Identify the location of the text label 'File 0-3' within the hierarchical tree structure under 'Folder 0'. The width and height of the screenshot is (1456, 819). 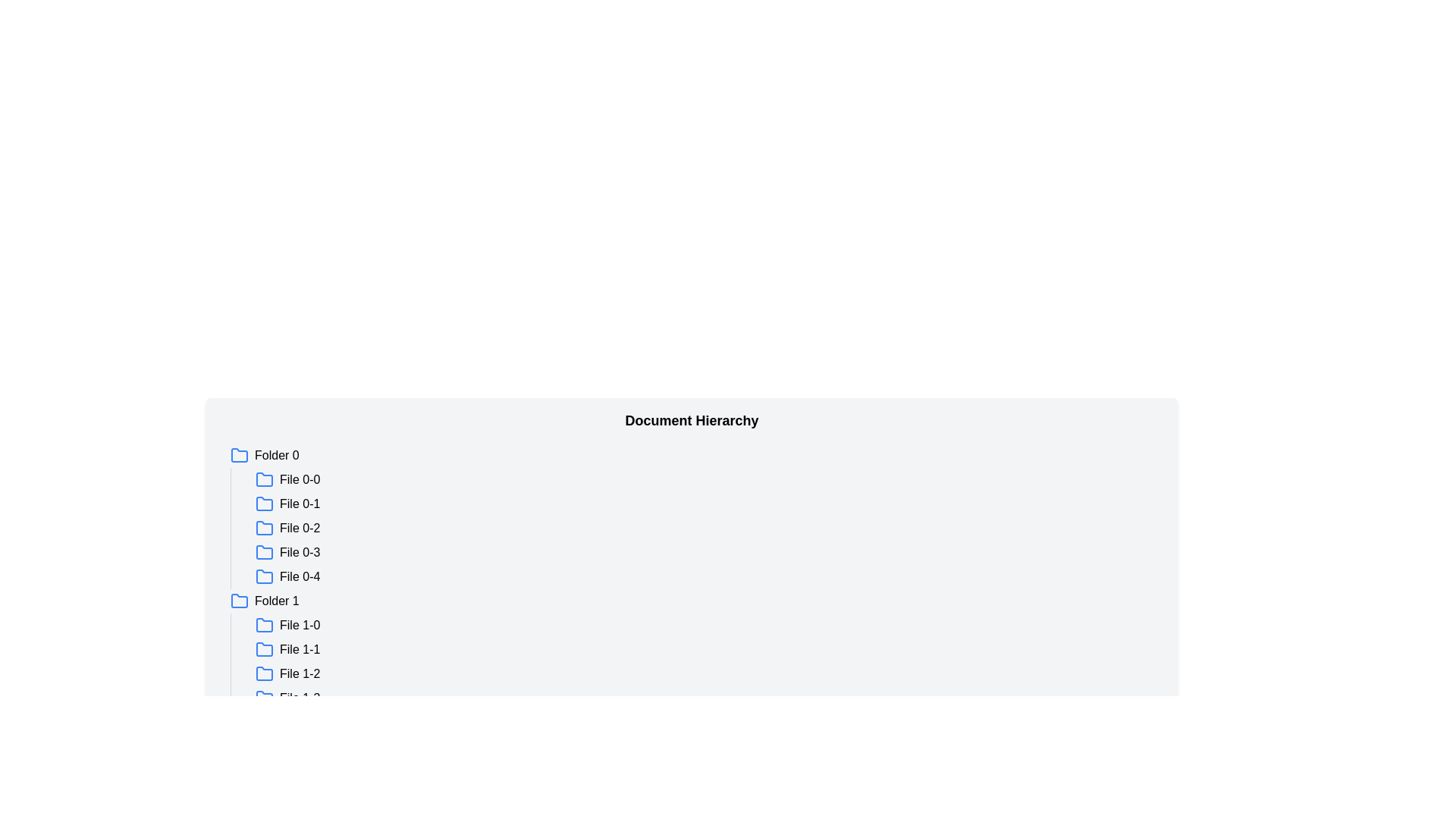
(300, 553).